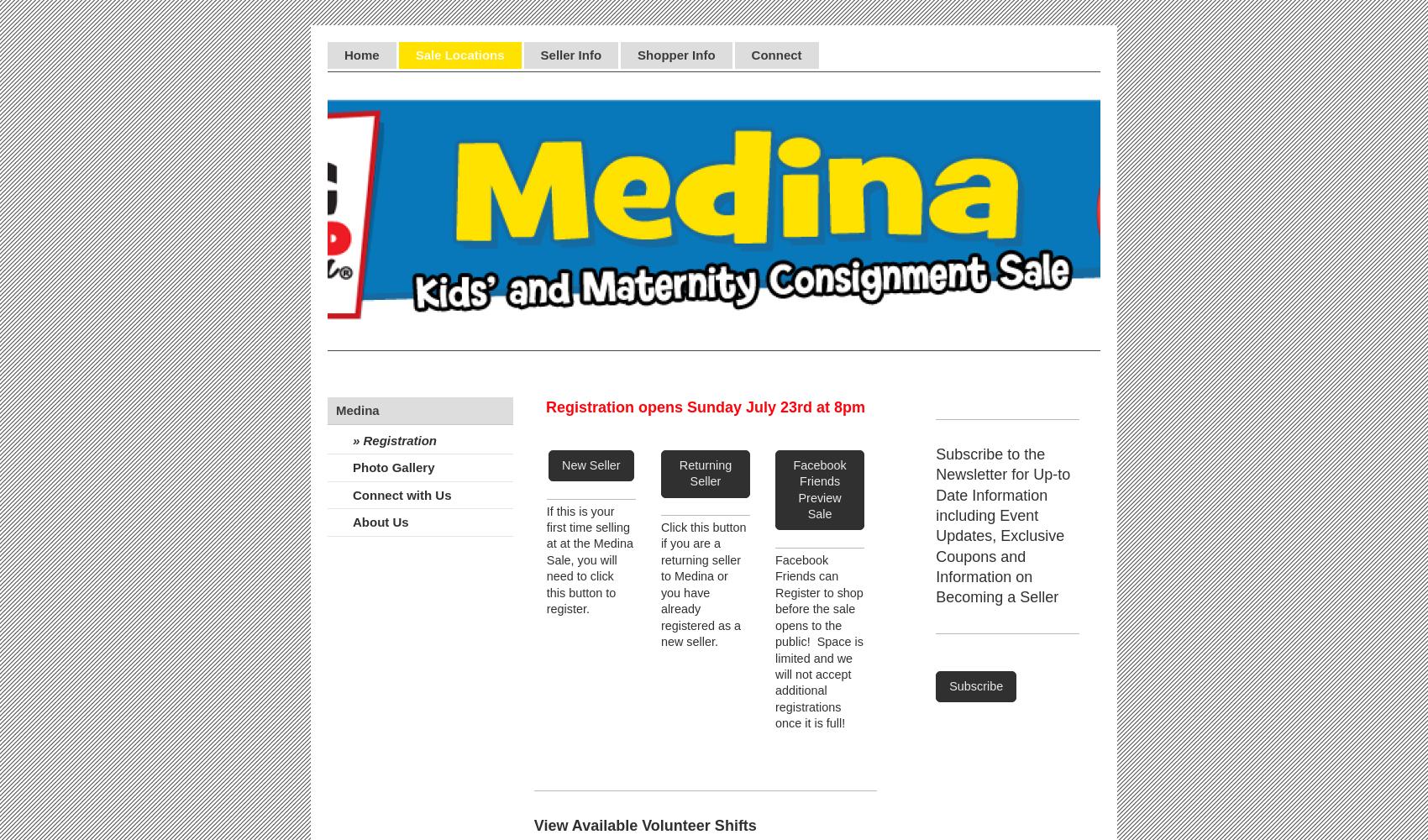 The image size is (1428, 840). What do you see at coordinates (675, 54) in the screenshot?
I see `'Shopper Info'` at bounding box center [675, 54].